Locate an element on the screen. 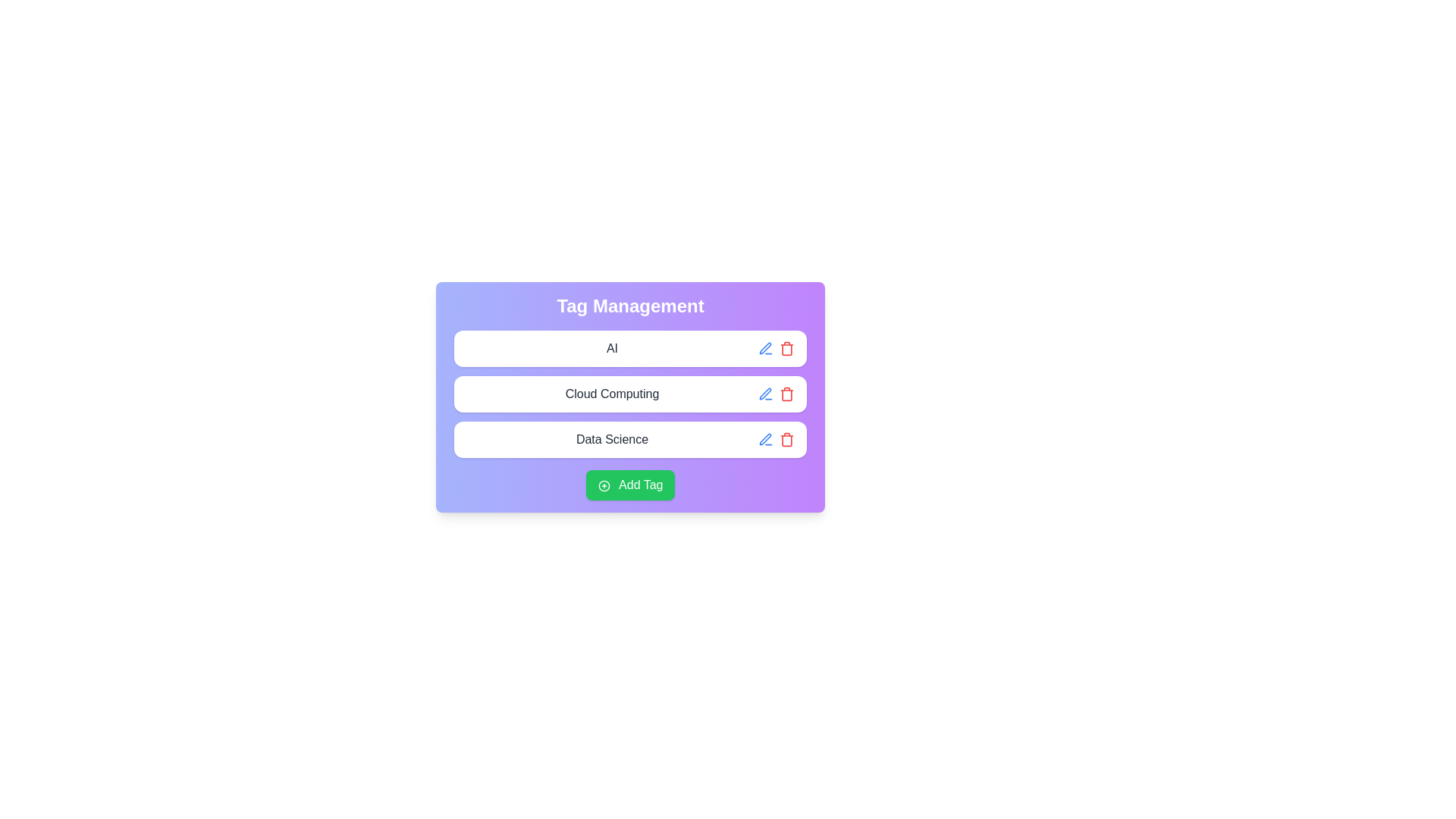 The height and width of the screenshot is (819, 1456). the largest SVG circle element located within the 'Add Tag' button area at the bottom of the 'Tag Management' card is located at coordinates (603, 485).